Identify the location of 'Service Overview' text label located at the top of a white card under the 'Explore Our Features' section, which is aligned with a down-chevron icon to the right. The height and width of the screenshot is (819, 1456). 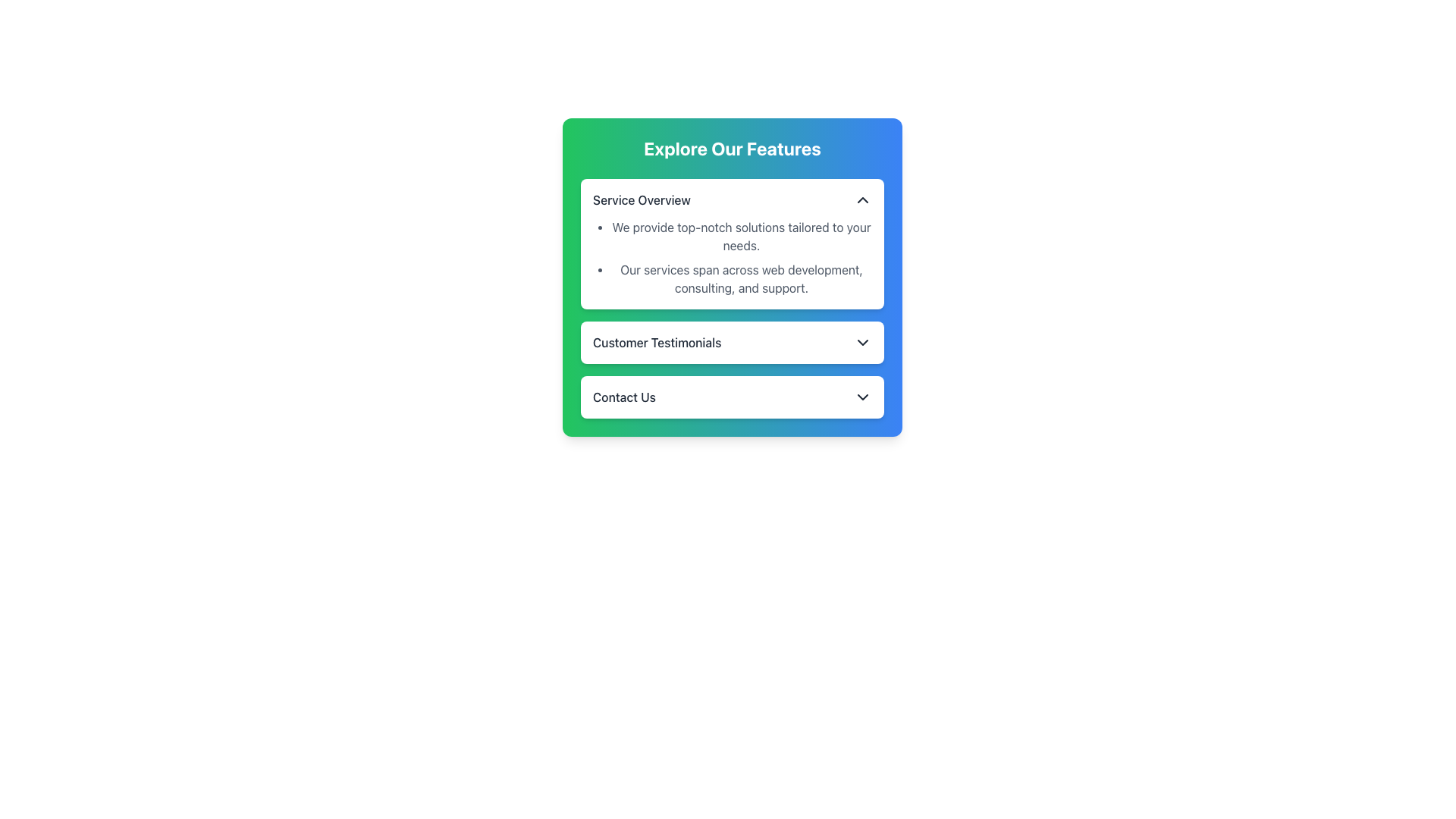
(642, 199).